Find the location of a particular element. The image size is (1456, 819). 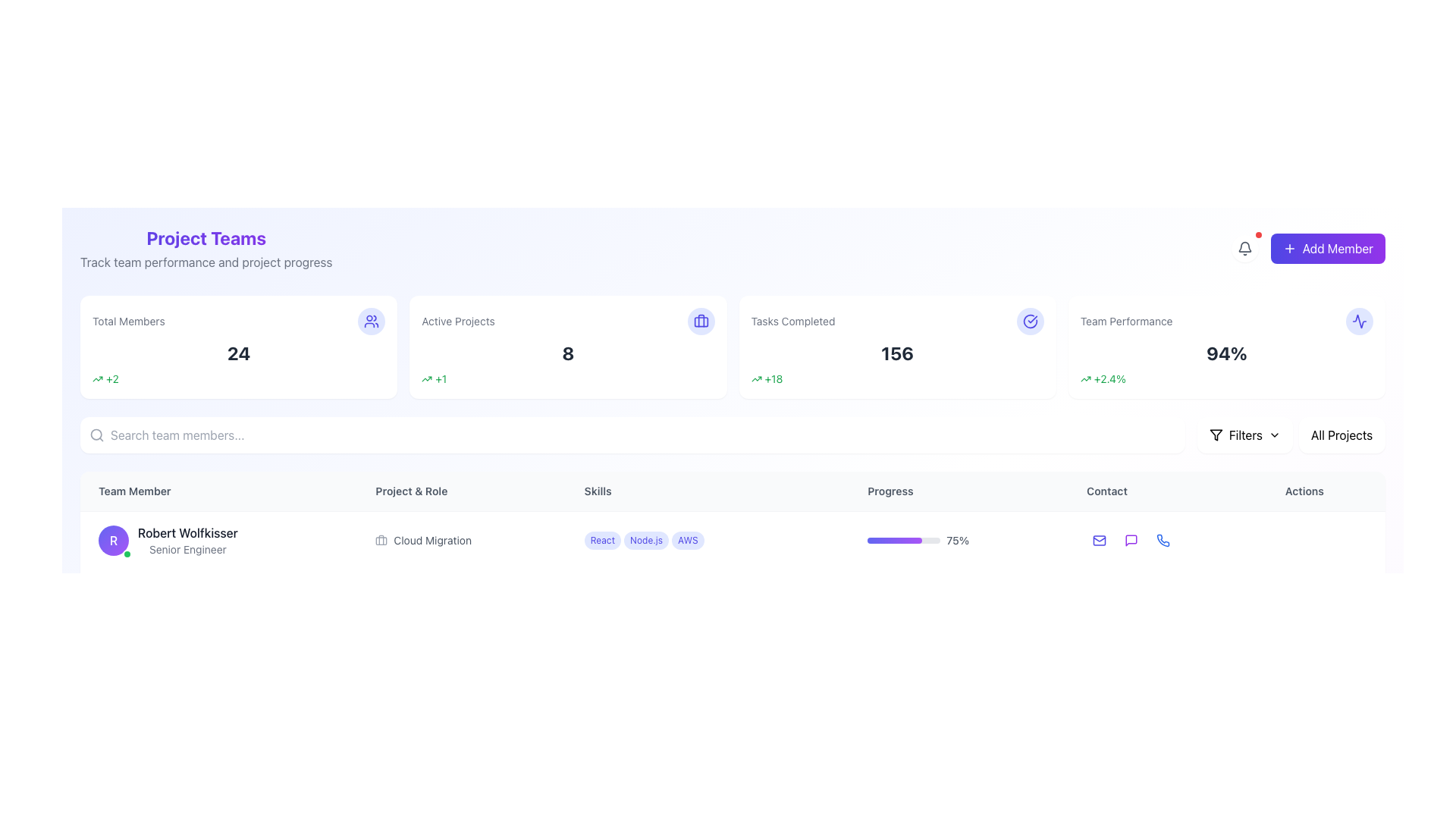

the static text label indicating the total number of members, located in the top-left section of the interface is located at coordinates (128, 321).